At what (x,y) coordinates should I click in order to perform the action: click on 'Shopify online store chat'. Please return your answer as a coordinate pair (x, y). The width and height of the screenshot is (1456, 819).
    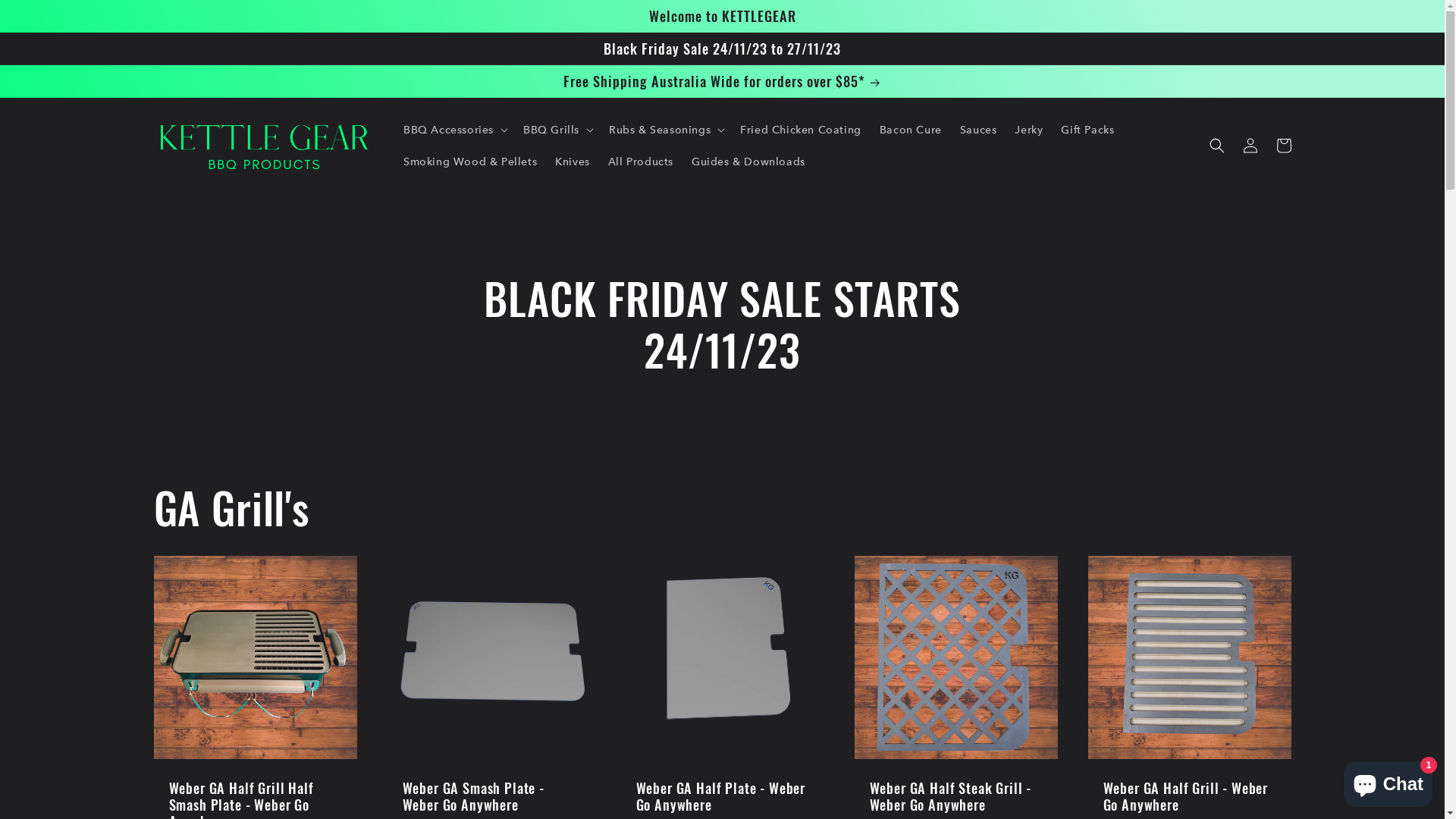
    Looking at the image, I should click on (1388, 780).